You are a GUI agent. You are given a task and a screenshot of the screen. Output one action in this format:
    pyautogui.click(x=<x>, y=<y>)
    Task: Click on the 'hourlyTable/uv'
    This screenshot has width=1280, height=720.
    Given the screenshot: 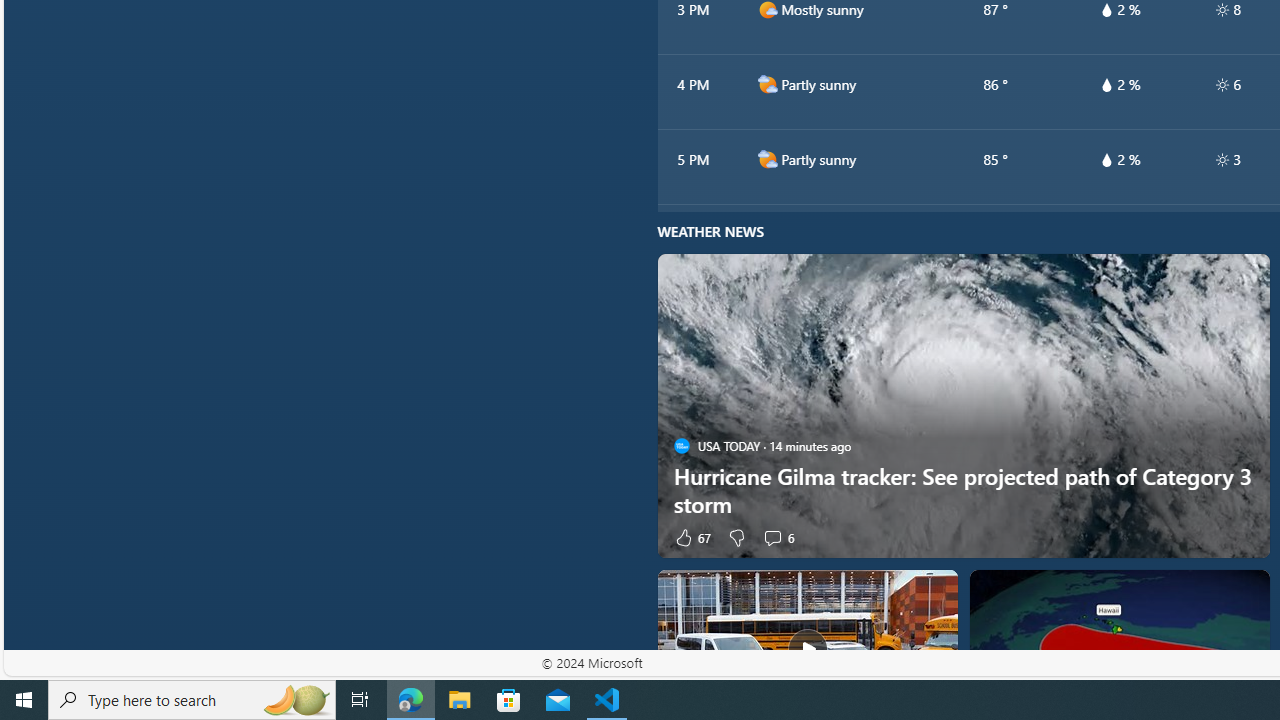 What is the action you would take?
    pyautogui.click(x=1221, y=158)
    